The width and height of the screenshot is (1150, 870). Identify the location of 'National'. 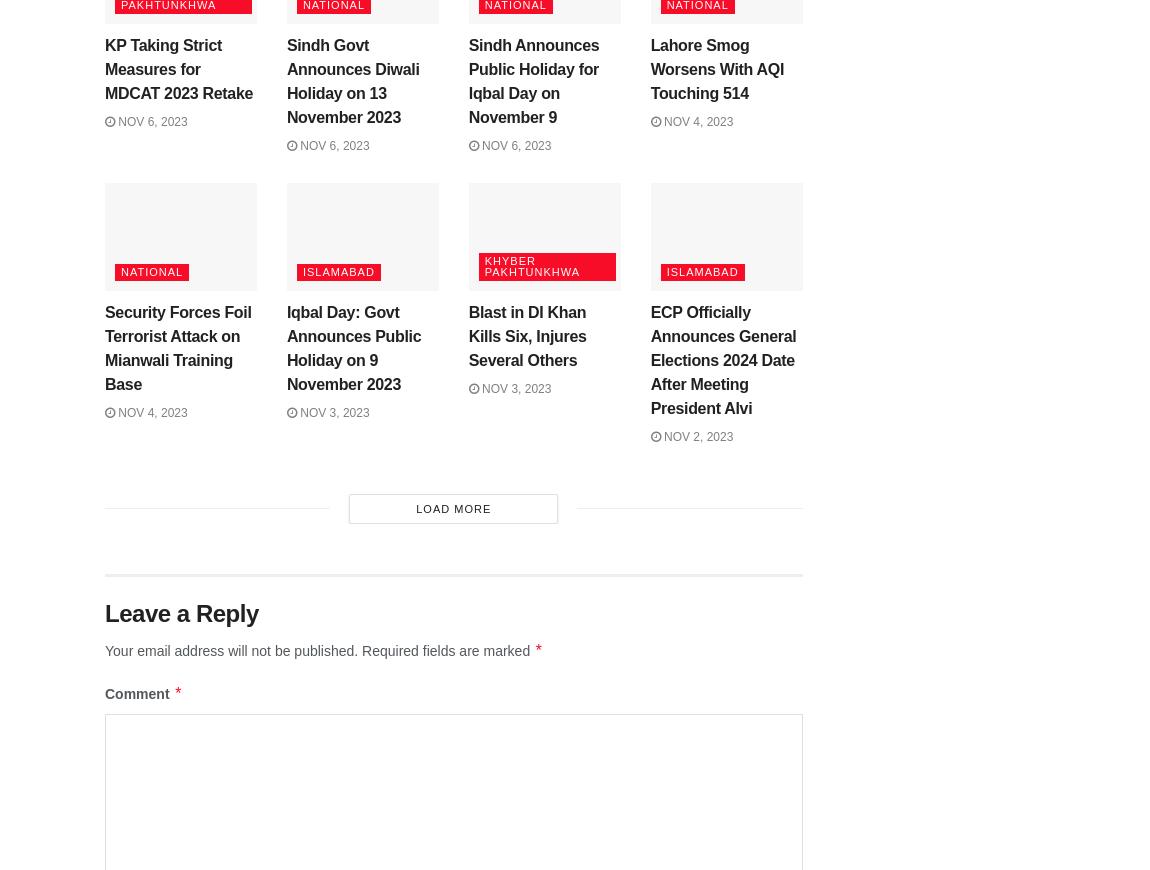
(151, 271).